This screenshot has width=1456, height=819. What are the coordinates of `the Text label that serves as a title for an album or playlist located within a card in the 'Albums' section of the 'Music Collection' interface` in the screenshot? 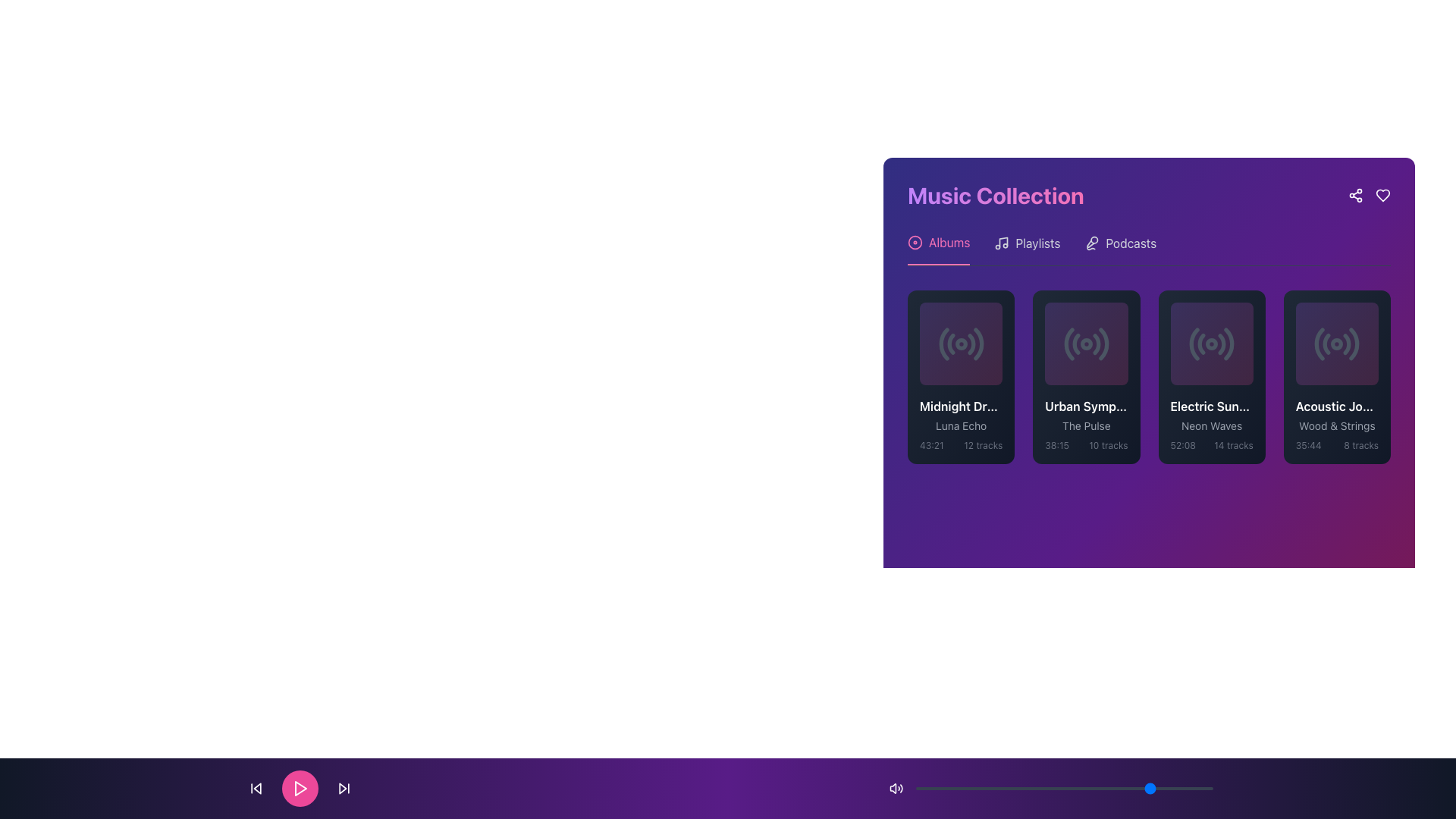 It's located at (1211, 406).